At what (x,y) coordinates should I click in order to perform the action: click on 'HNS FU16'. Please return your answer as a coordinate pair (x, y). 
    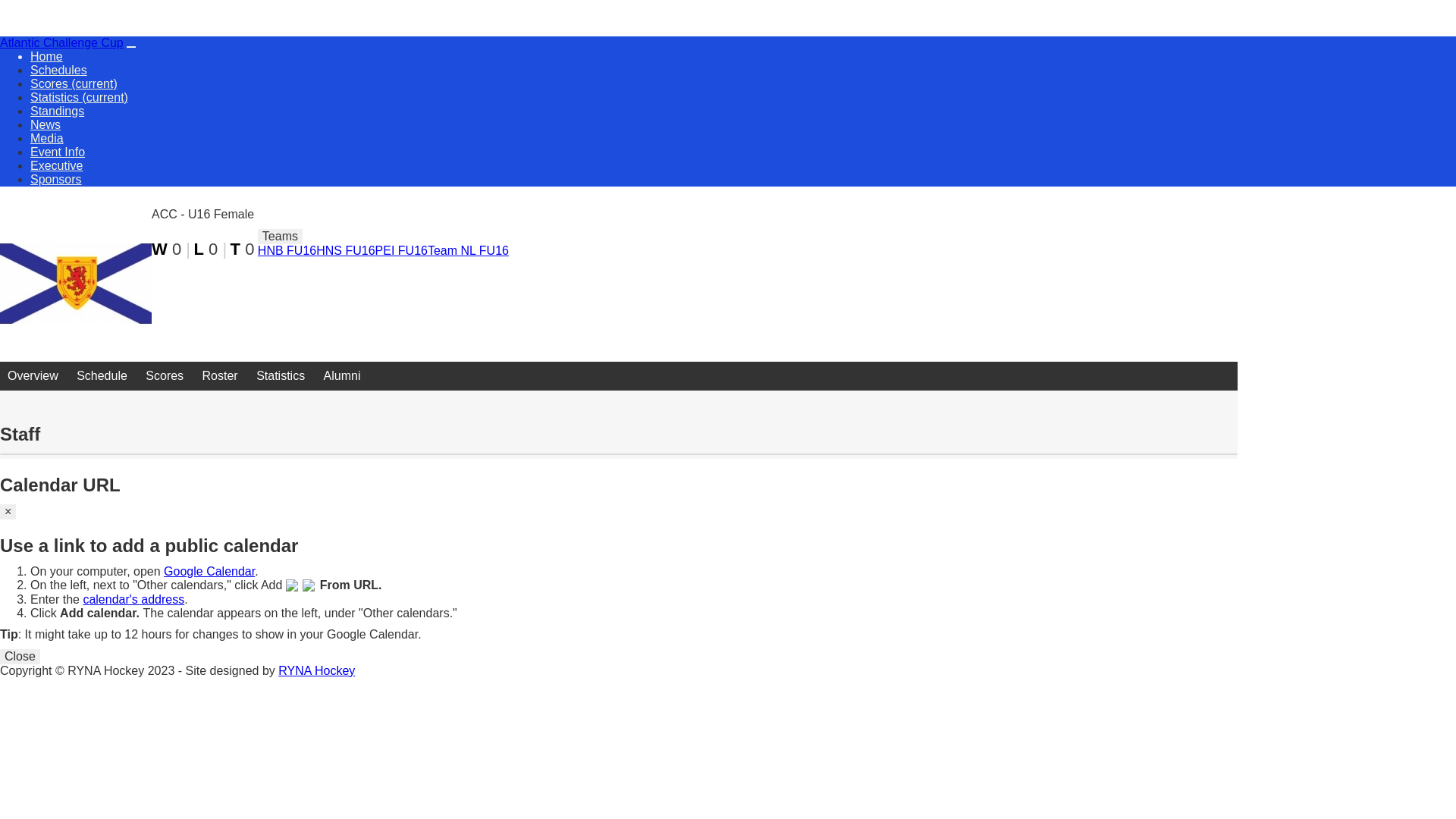
    Looking at the image, I should click on (344, 249).